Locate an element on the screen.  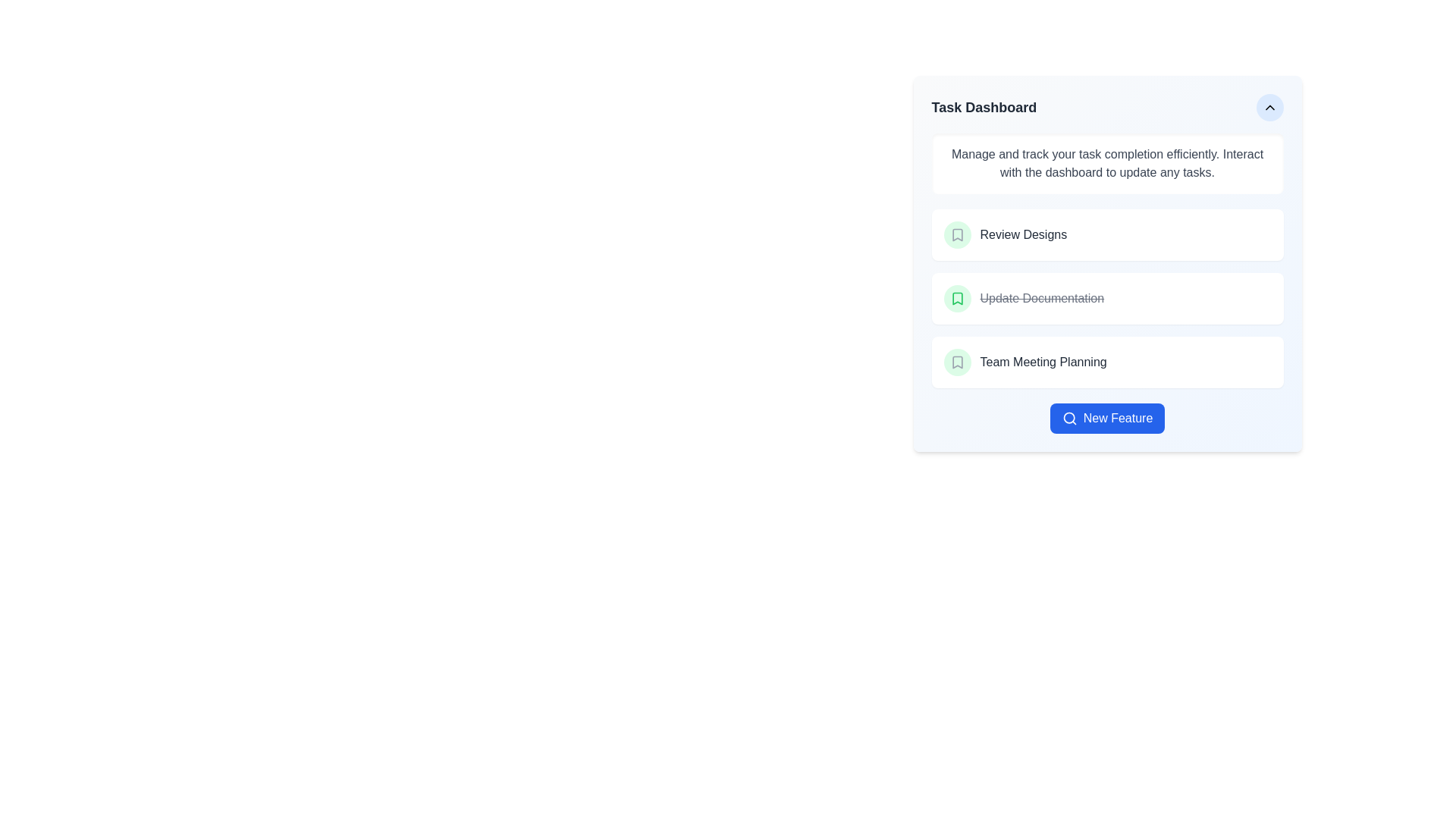
the inactive bookmark icon within the 'Review Designs' button, which is styled with a gray outline and is located on the left side of the task name text is located at coordinates (956, 234).